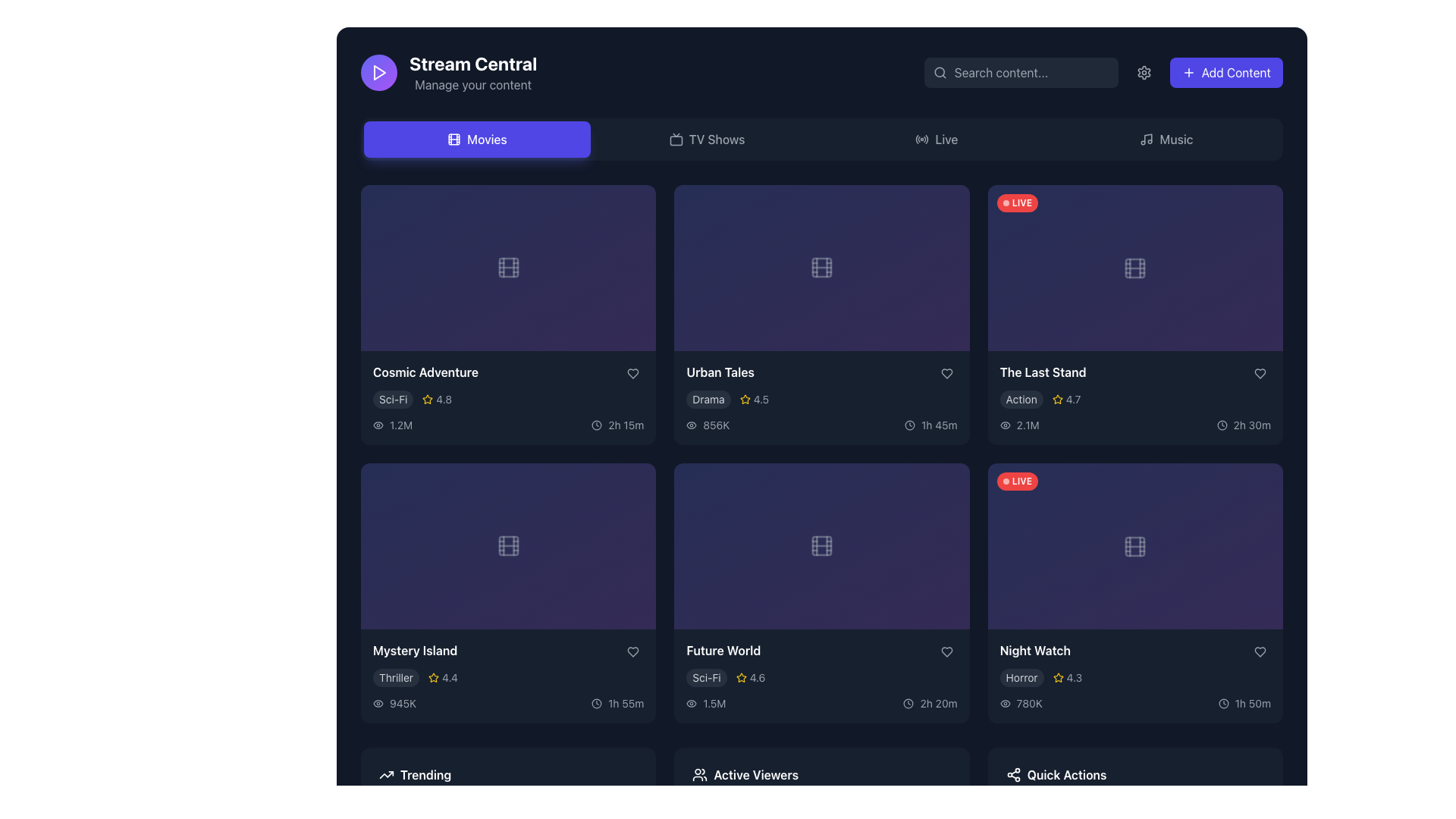  I want to click on the text label displaying '2.1M' in light gray color, located at the bottom-left section of the card for 'The Last Stand', to the right of the eye-shaped icon, so click(1028, 425).